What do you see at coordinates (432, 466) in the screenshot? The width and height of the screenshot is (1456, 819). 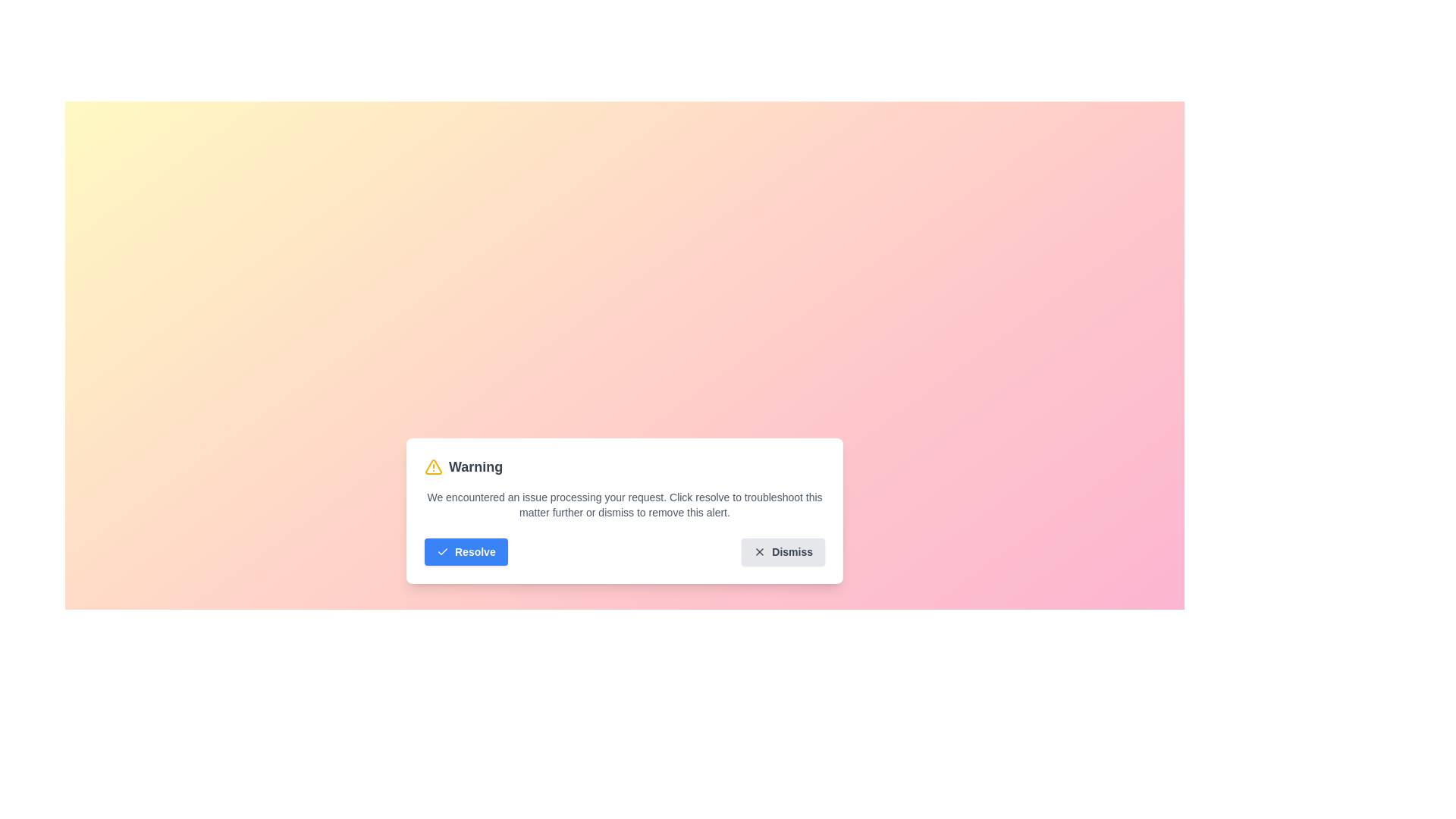 I see `the triangular alert icon, which is yellow with a black outline and has an exclamation mark, located to the left of the 'Warning' text in the dialog box` at bounding box center [432, 466].